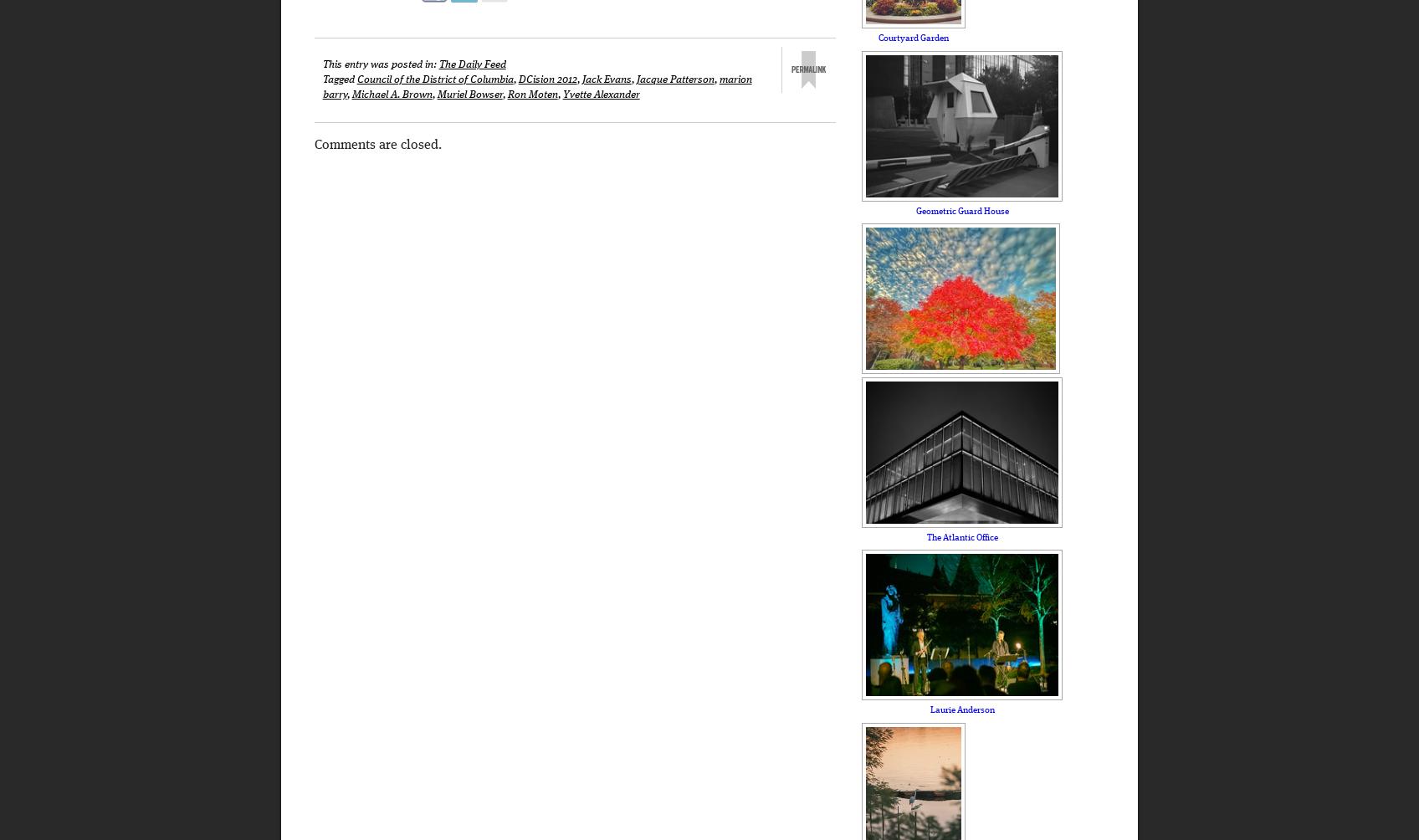 The width and height of the screenshot is (1419, 840). Describe the element at coordinates (635, 79) in the screenshot. I see `'Jacque Patterson'` at that location.